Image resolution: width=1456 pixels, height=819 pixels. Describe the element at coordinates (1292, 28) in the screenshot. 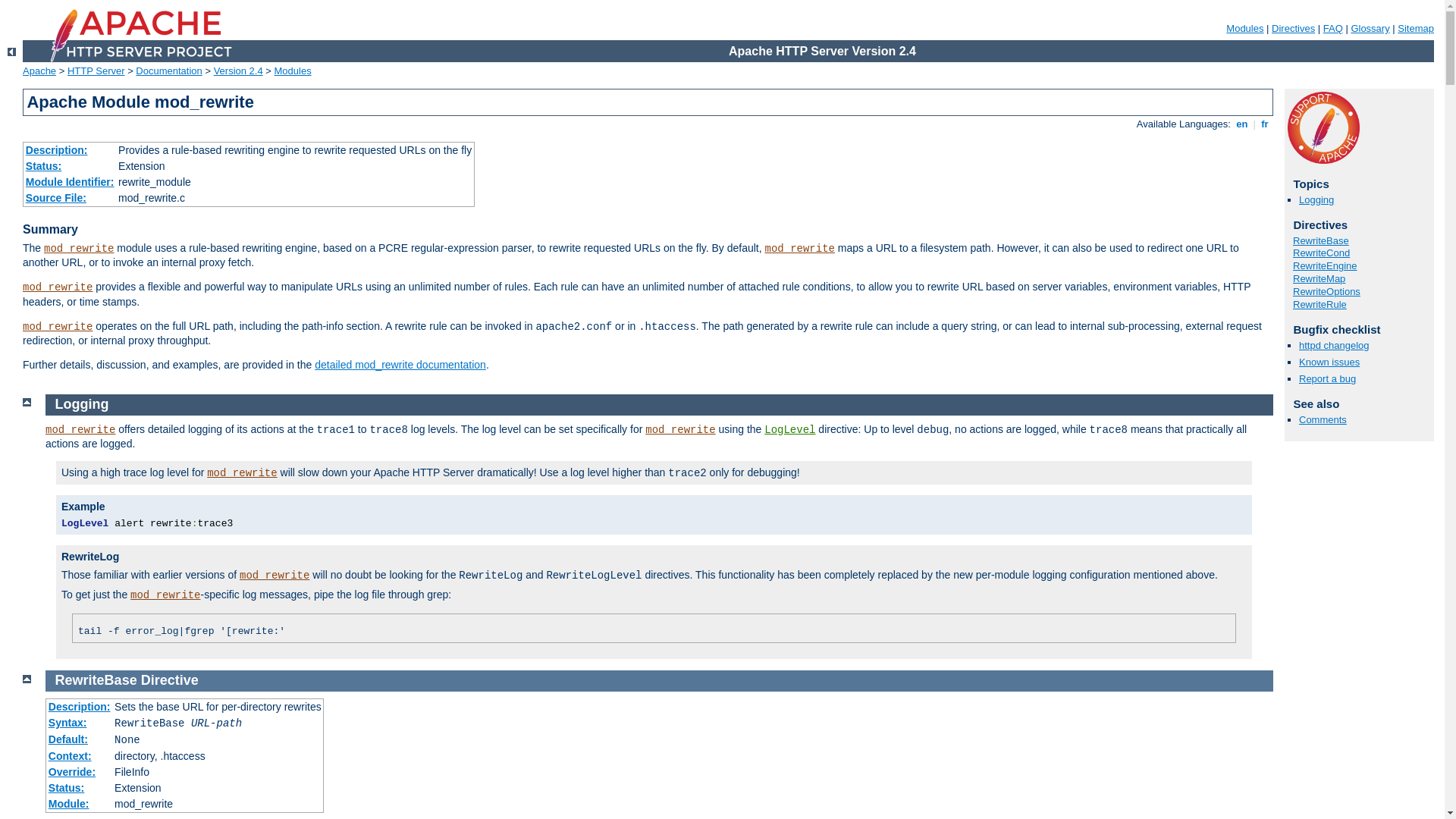

I see `'Directives'` at that location.